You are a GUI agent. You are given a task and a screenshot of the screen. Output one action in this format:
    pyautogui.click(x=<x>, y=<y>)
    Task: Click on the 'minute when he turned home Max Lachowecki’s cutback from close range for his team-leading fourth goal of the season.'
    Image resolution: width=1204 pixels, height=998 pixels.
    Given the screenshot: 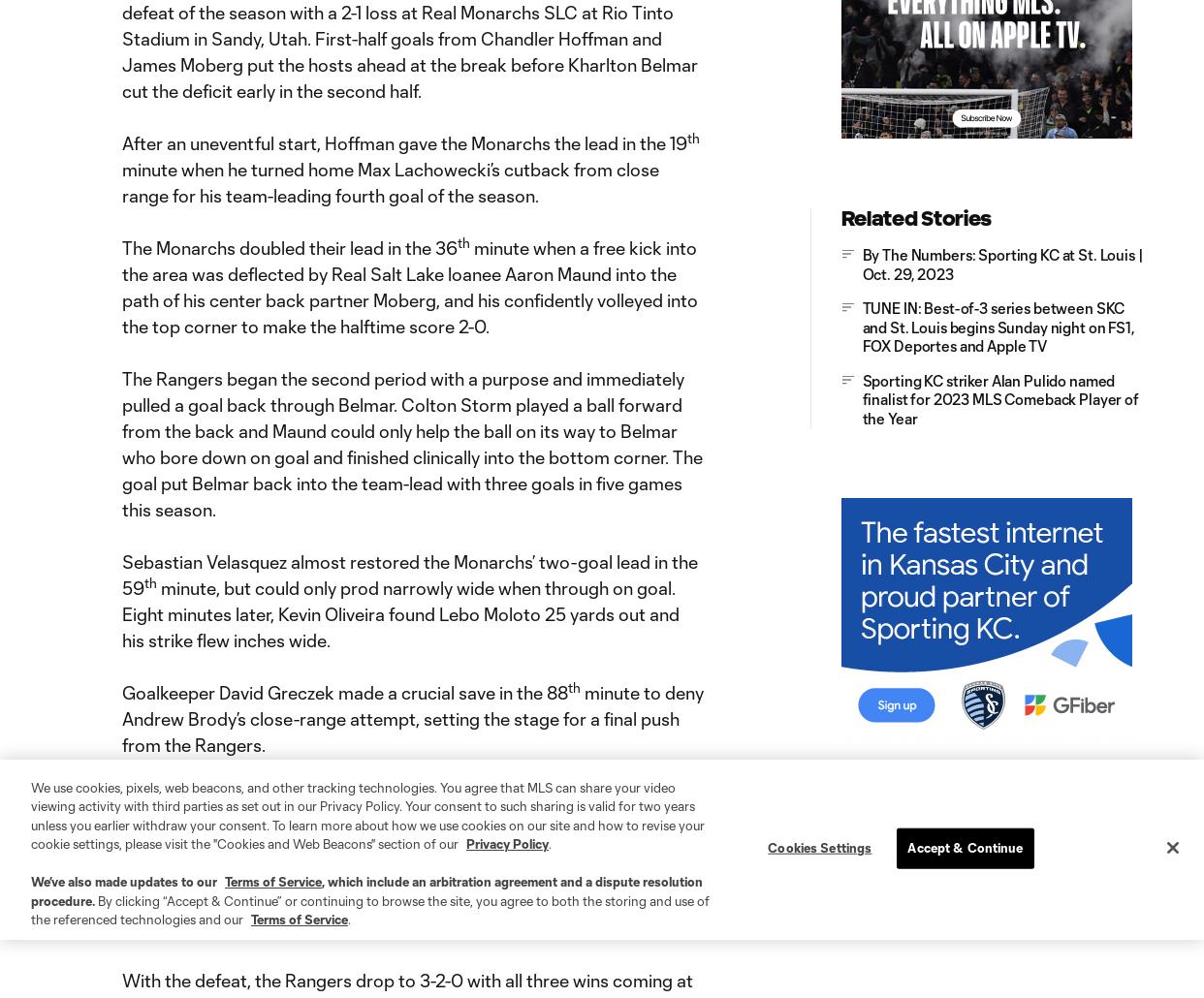 What is the action you would take?
    pyautogui.click(x=120, y=182)
    